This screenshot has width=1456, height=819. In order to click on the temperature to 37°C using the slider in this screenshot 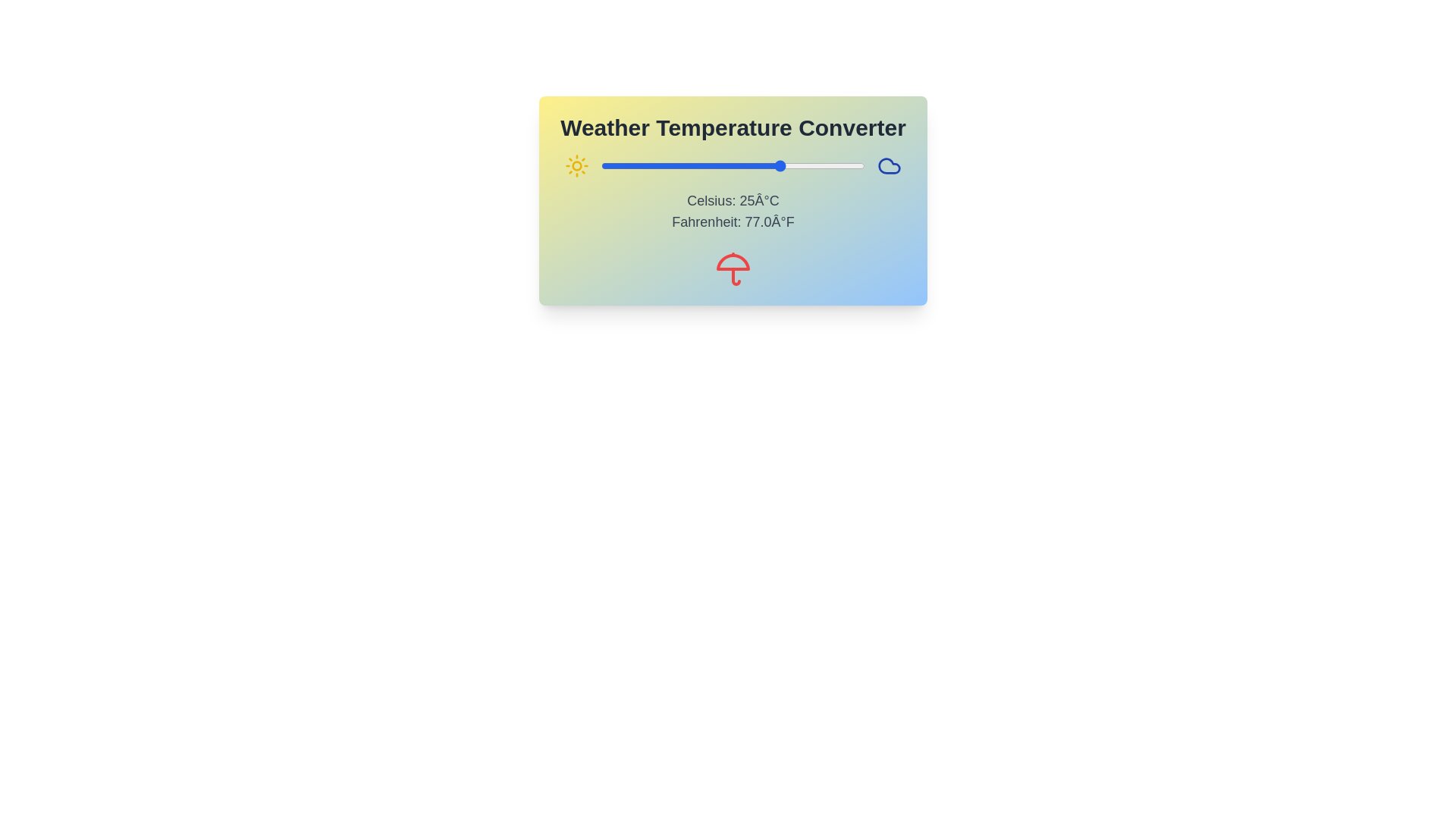, I will do `click(821, 166)`.